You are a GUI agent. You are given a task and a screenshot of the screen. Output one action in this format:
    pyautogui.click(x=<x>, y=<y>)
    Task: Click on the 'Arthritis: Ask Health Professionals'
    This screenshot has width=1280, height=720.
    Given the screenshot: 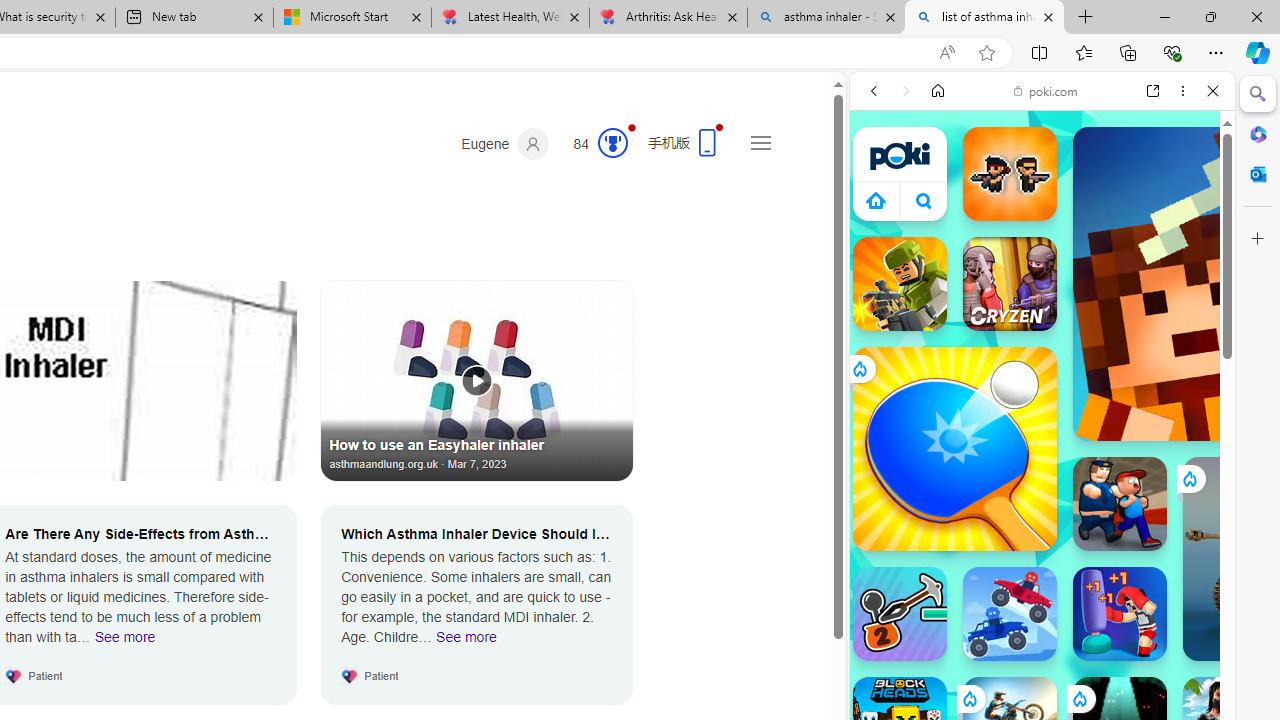 What is the action you would take?
    pyautogui.click(x=668, y=17)
    